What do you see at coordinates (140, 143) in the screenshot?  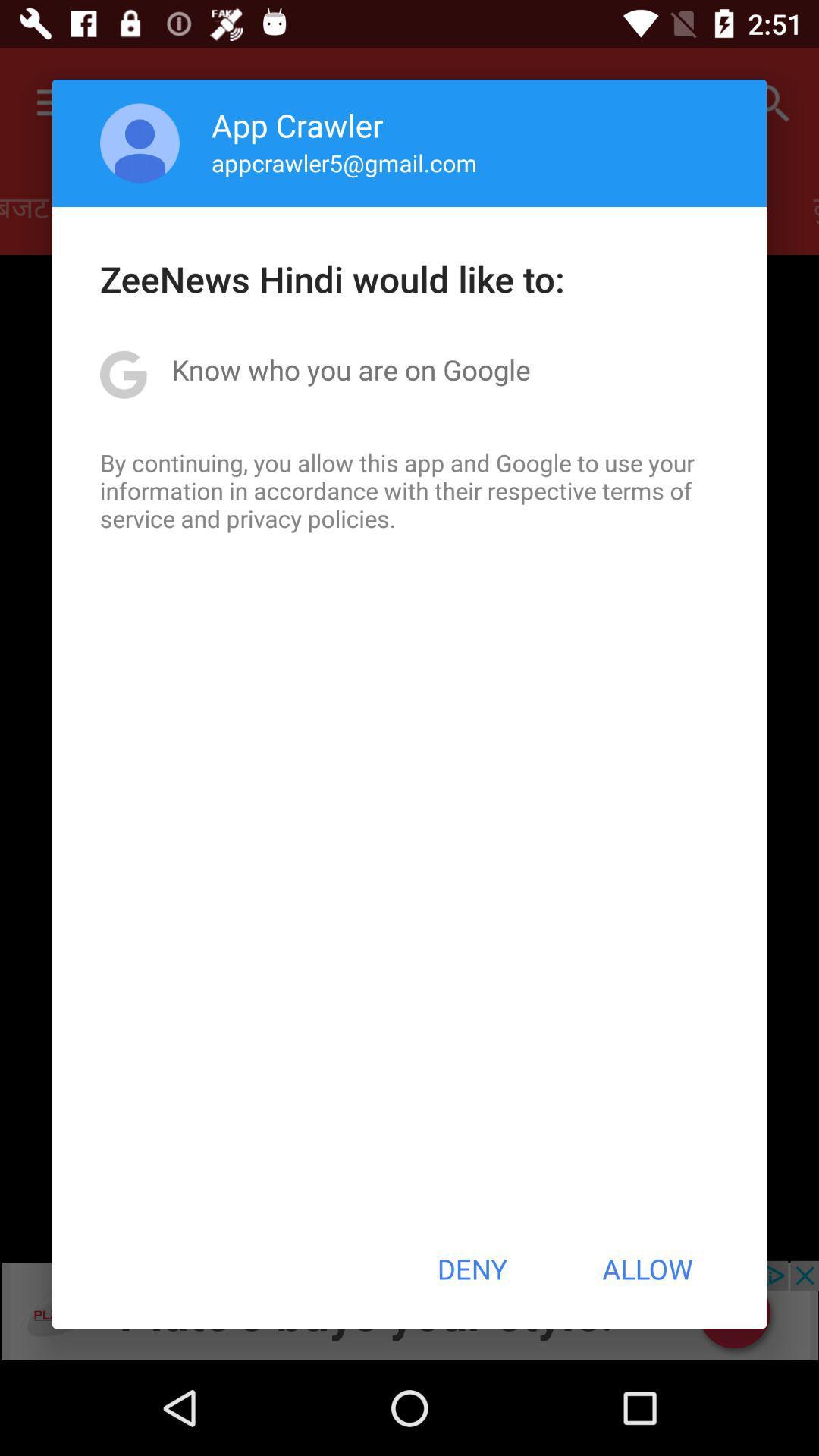 I see `the item to the left of app crawler app` at bounding box center [140, 143].